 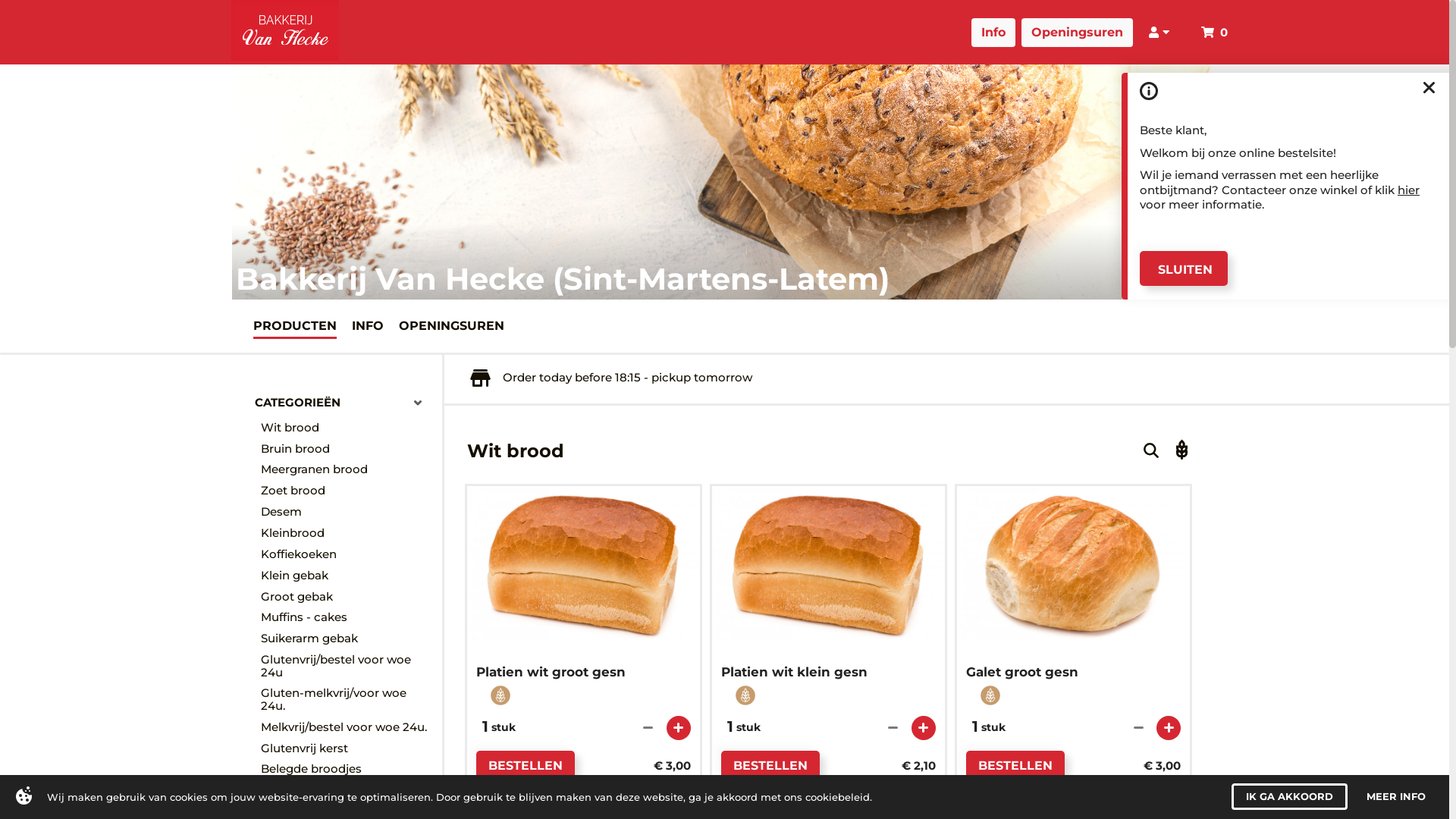 I want to click on 'Zoet brood', so click(x=346, y=491).